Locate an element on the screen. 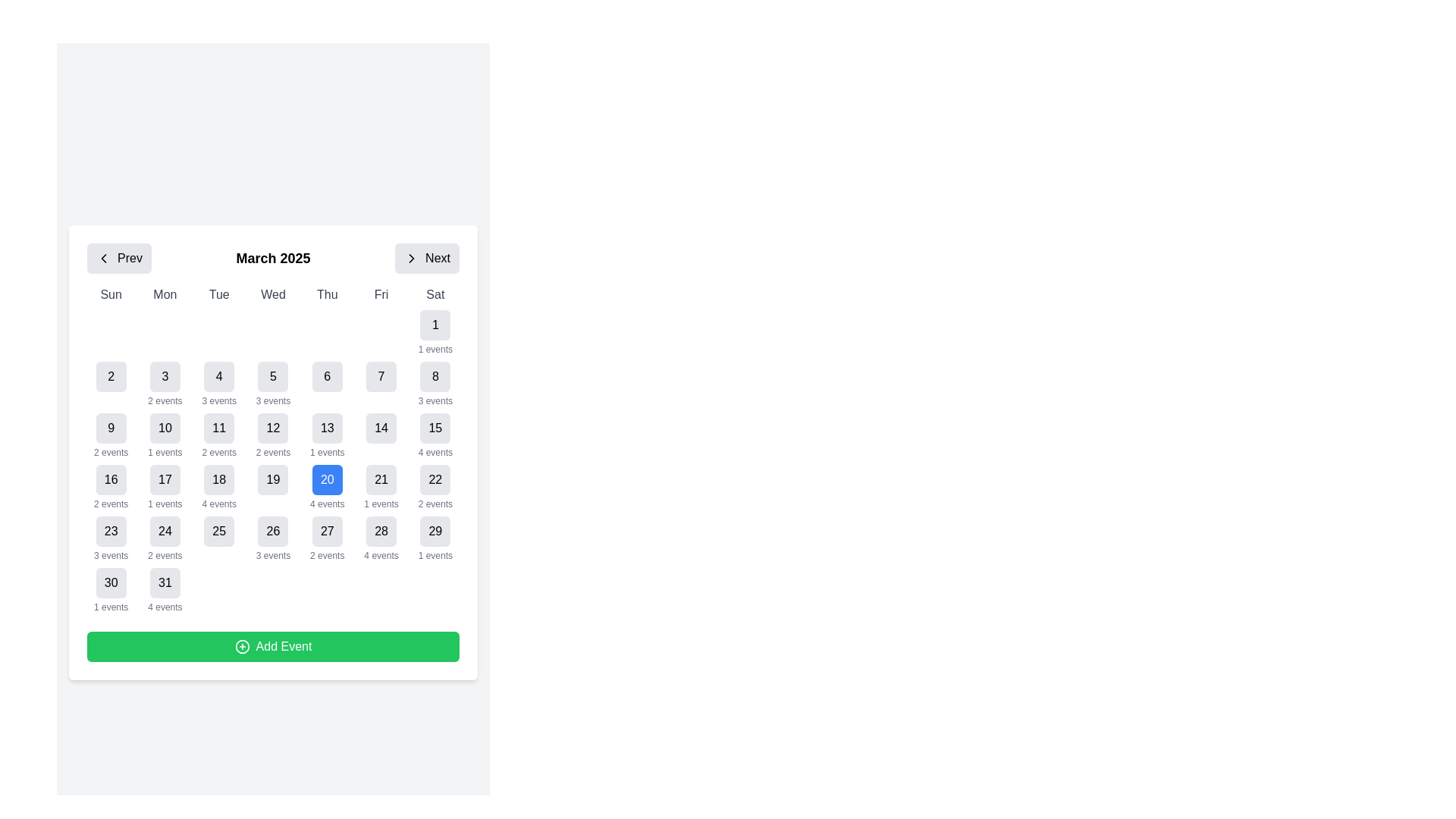  the DateCell in the calendar grid under the column labeled 'Sat', which is the eighth cell corresponding to the date '8' is located at coordinates (435, 383).